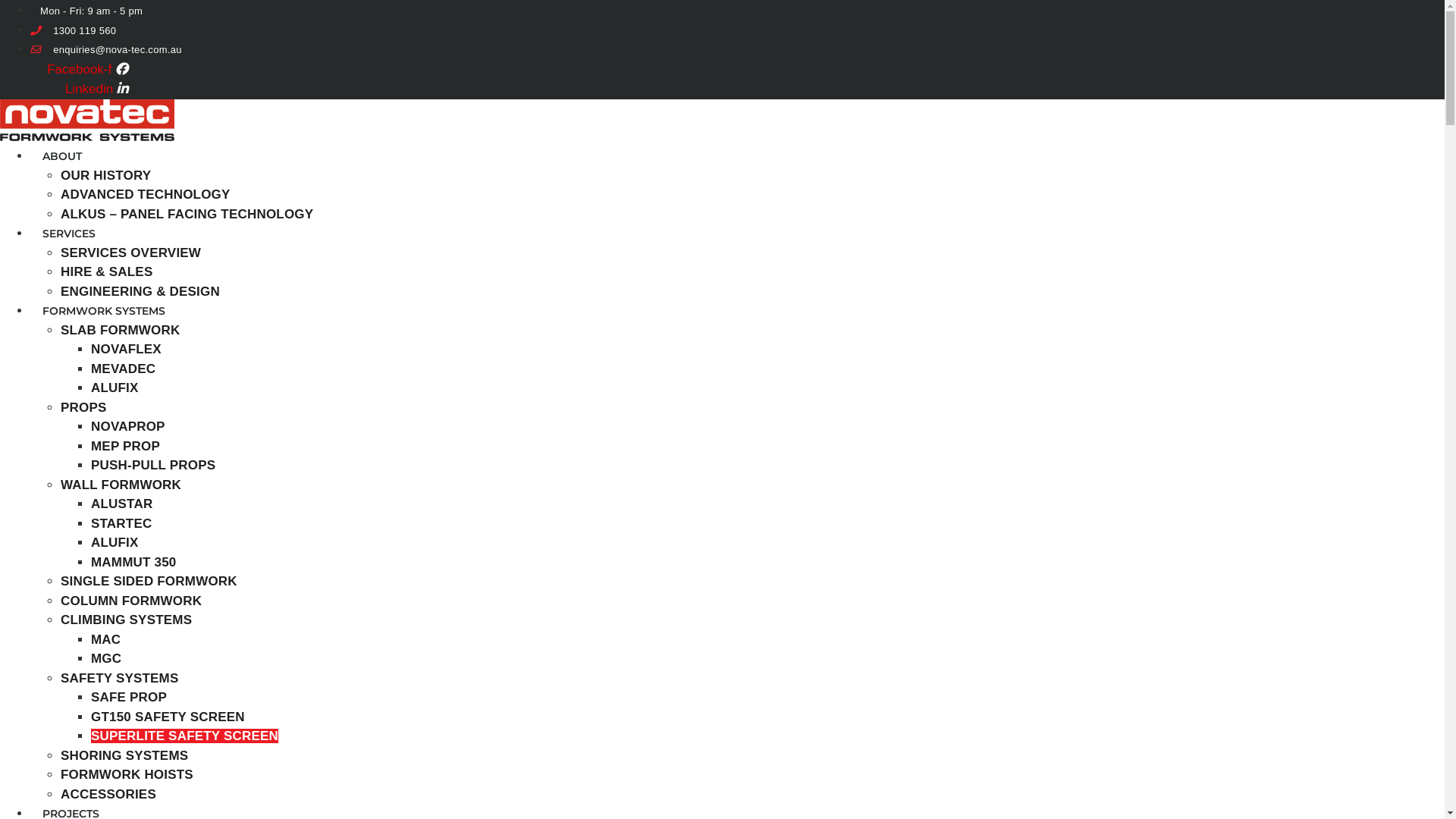  Describe the element at coordinates (61, 620) in the screenshot. I see `'CLIMBING SYSTEMS'` at that location.